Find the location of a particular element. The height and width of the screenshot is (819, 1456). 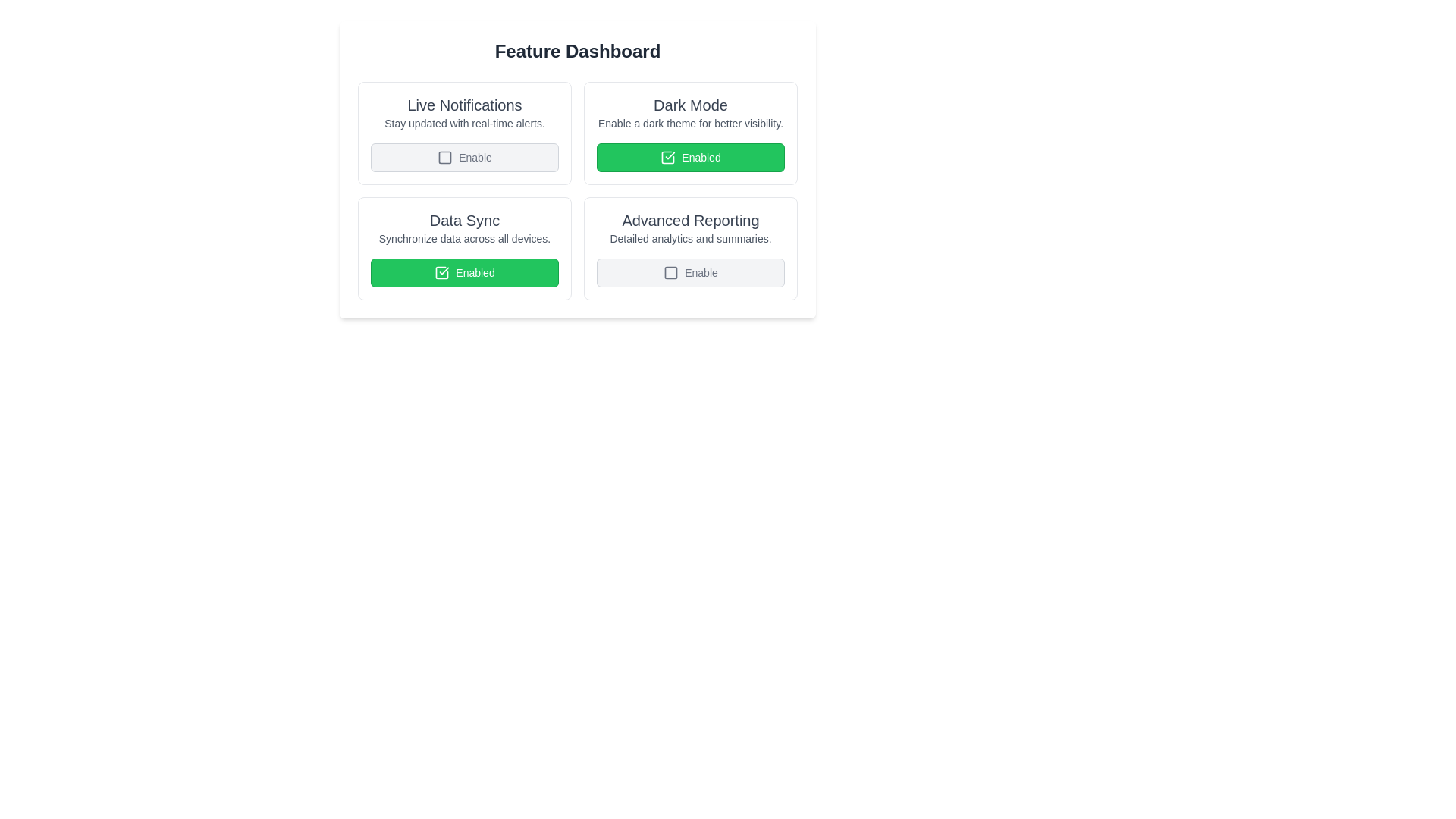

the Text Label that serves as a header for the section titled 'Live Notifications' which provides context about real-time alerts is located at coordinates (464, 104).